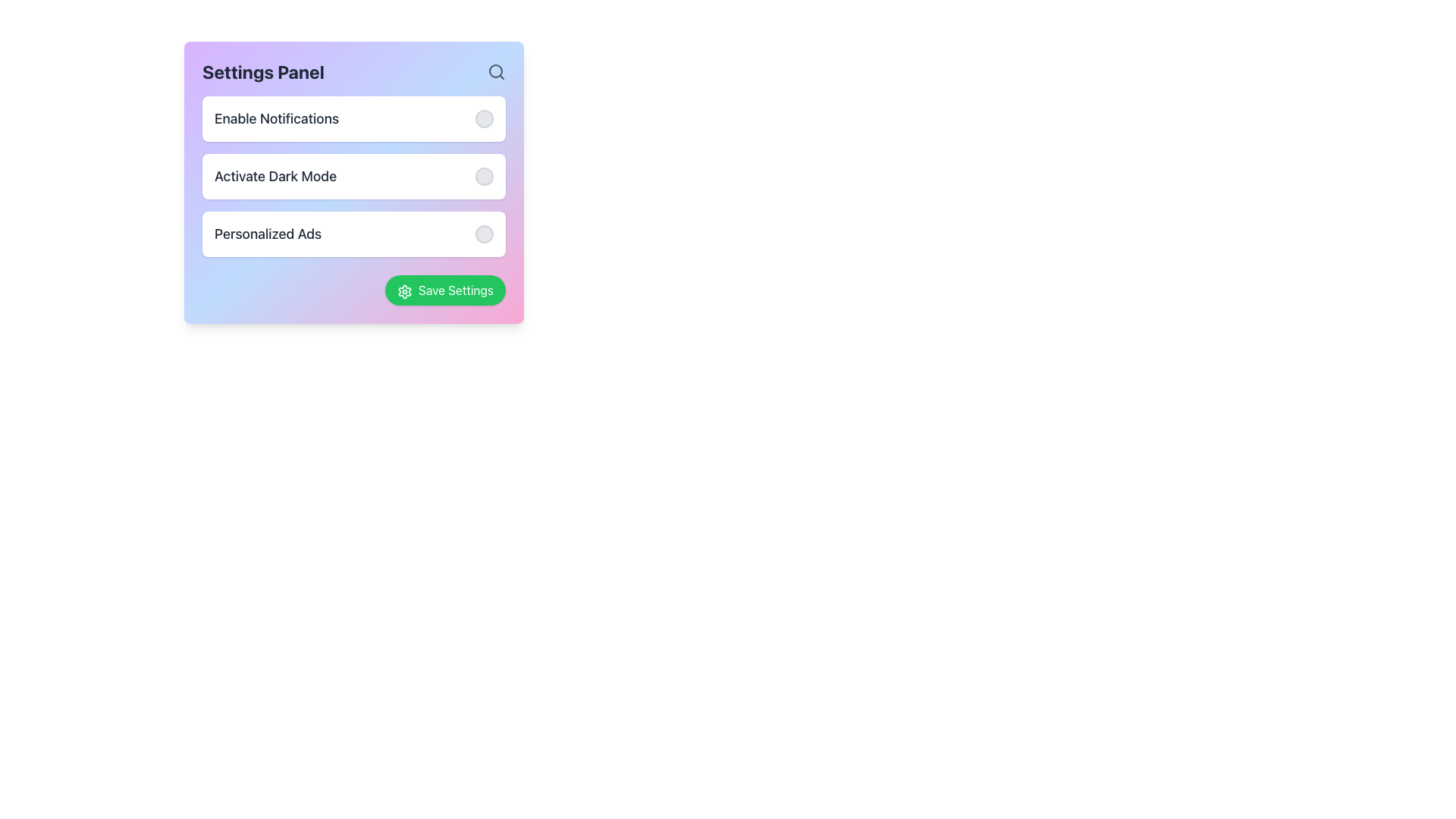 The image size is (1456, 819). Describe the element at coordinates (495, 71) in the screenshot. I see `the circular graphical component of the search icon located in the top-right corner of the settings panel` at that location.